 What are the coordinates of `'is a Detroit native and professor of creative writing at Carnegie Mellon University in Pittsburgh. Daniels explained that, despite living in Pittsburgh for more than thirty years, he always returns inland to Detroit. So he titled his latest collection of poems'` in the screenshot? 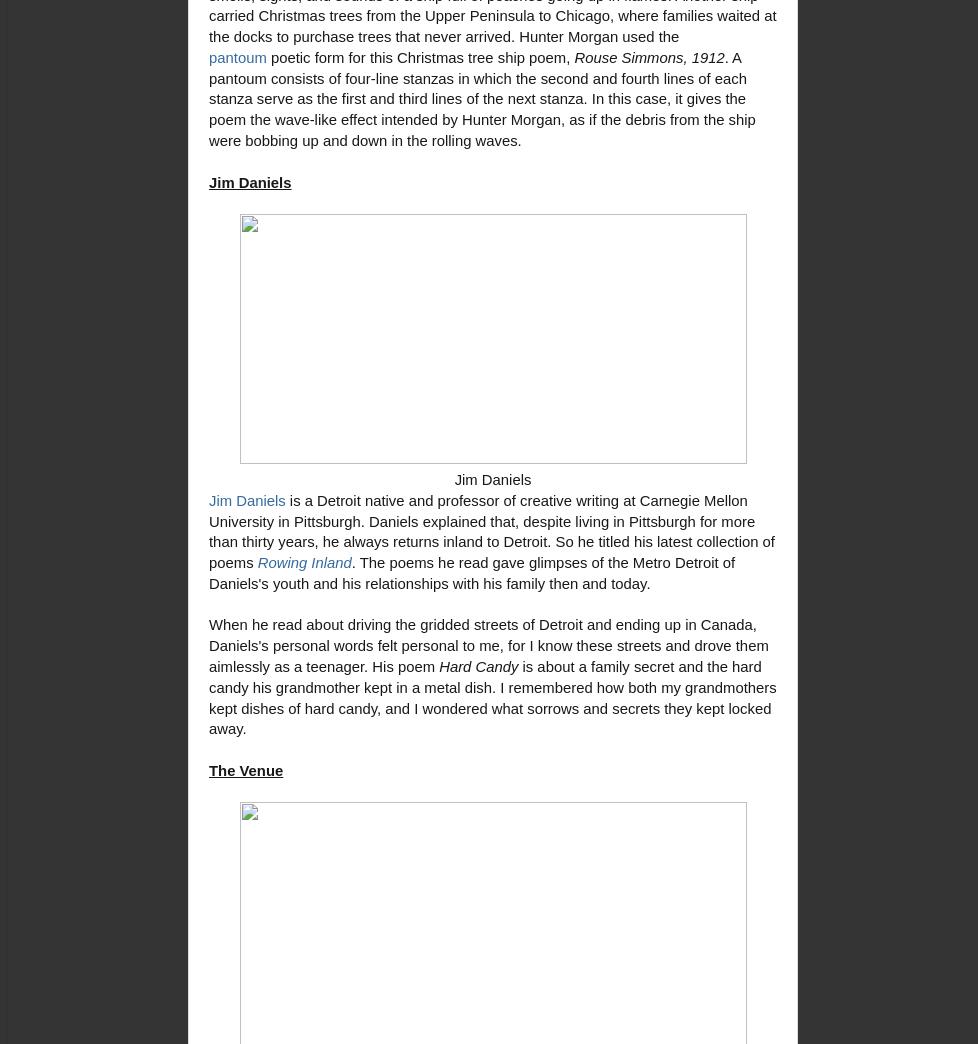 It's located at (492, 530).